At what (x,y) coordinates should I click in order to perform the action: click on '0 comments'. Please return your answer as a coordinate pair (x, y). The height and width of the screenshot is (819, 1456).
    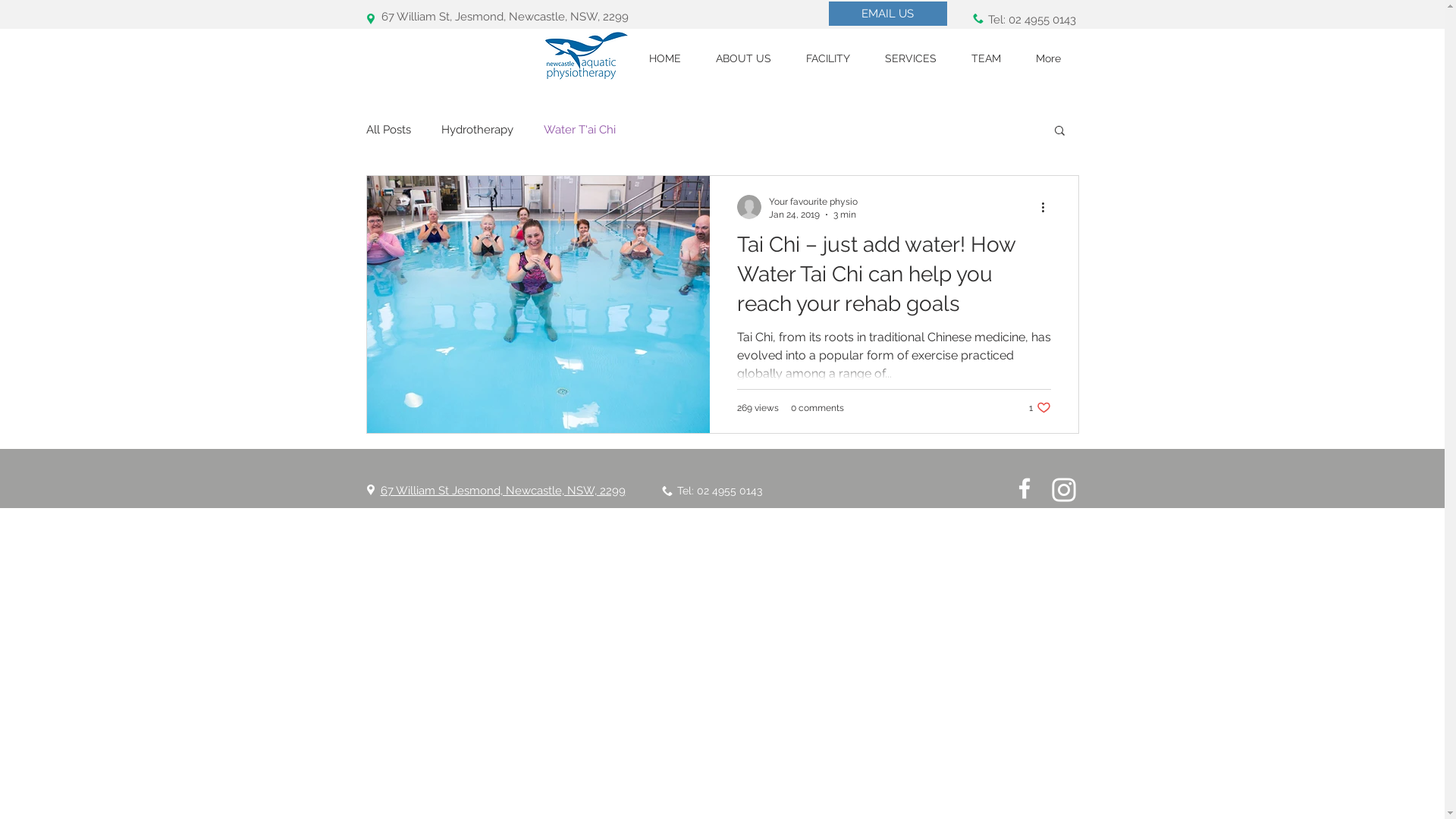
    Looking at the image, I should click on (815, 406).